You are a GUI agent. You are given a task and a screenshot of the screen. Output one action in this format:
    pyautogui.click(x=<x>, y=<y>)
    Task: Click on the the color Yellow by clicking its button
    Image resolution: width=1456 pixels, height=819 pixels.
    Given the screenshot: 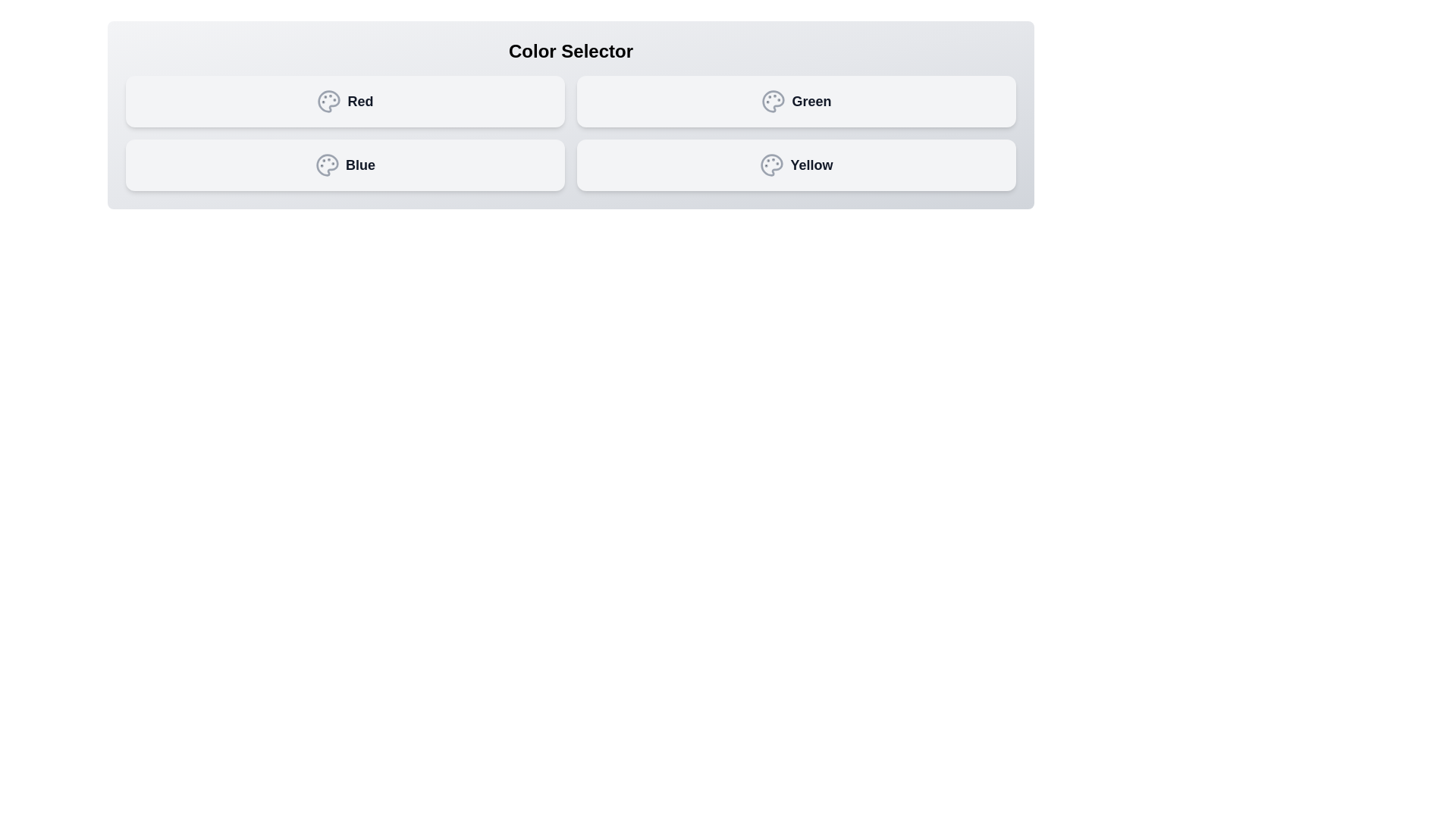 What is the action you would take?
    pyautogui.click(x=795, y=165)
    